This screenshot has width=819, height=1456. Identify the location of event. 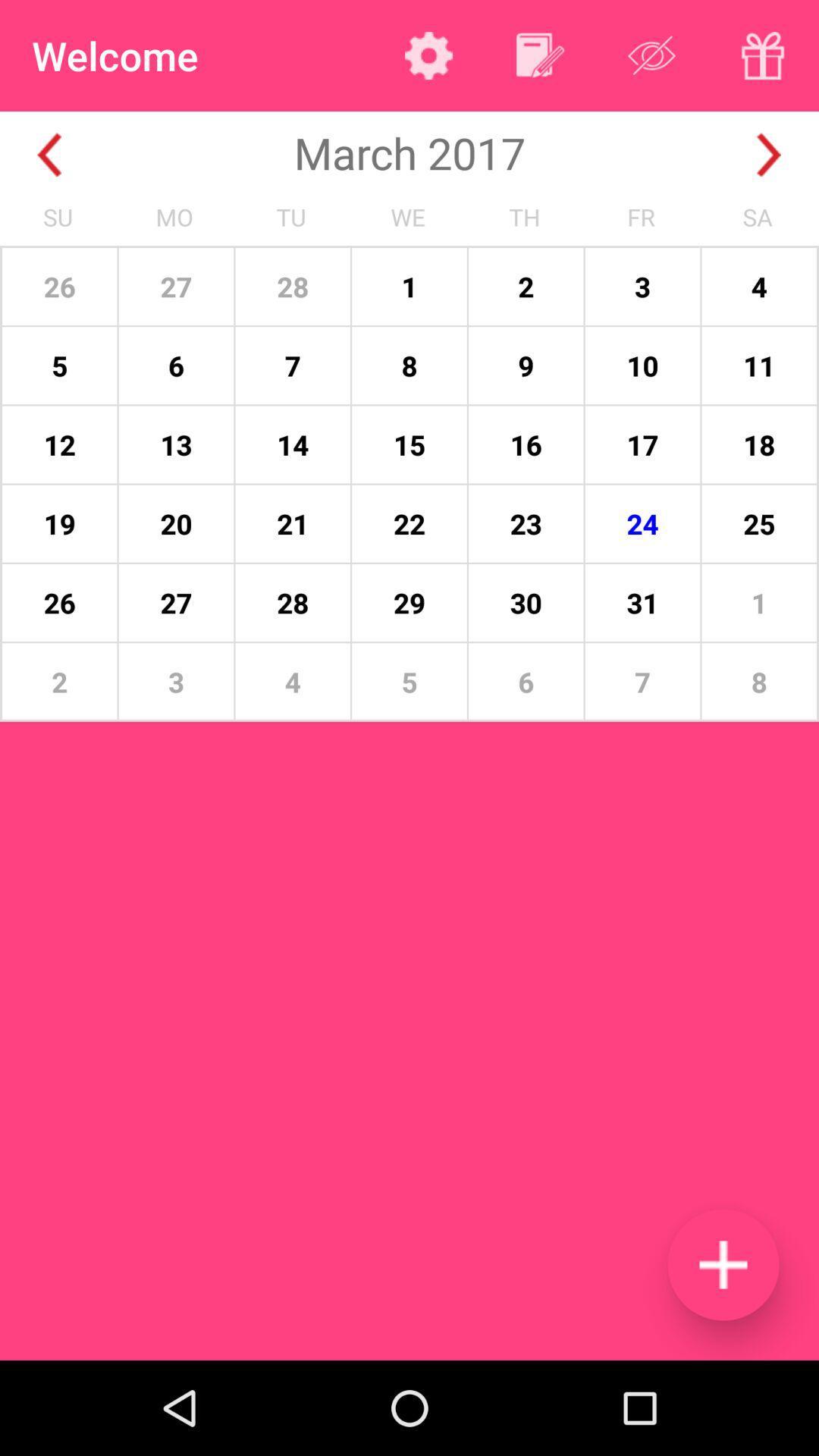
(722, 1264).